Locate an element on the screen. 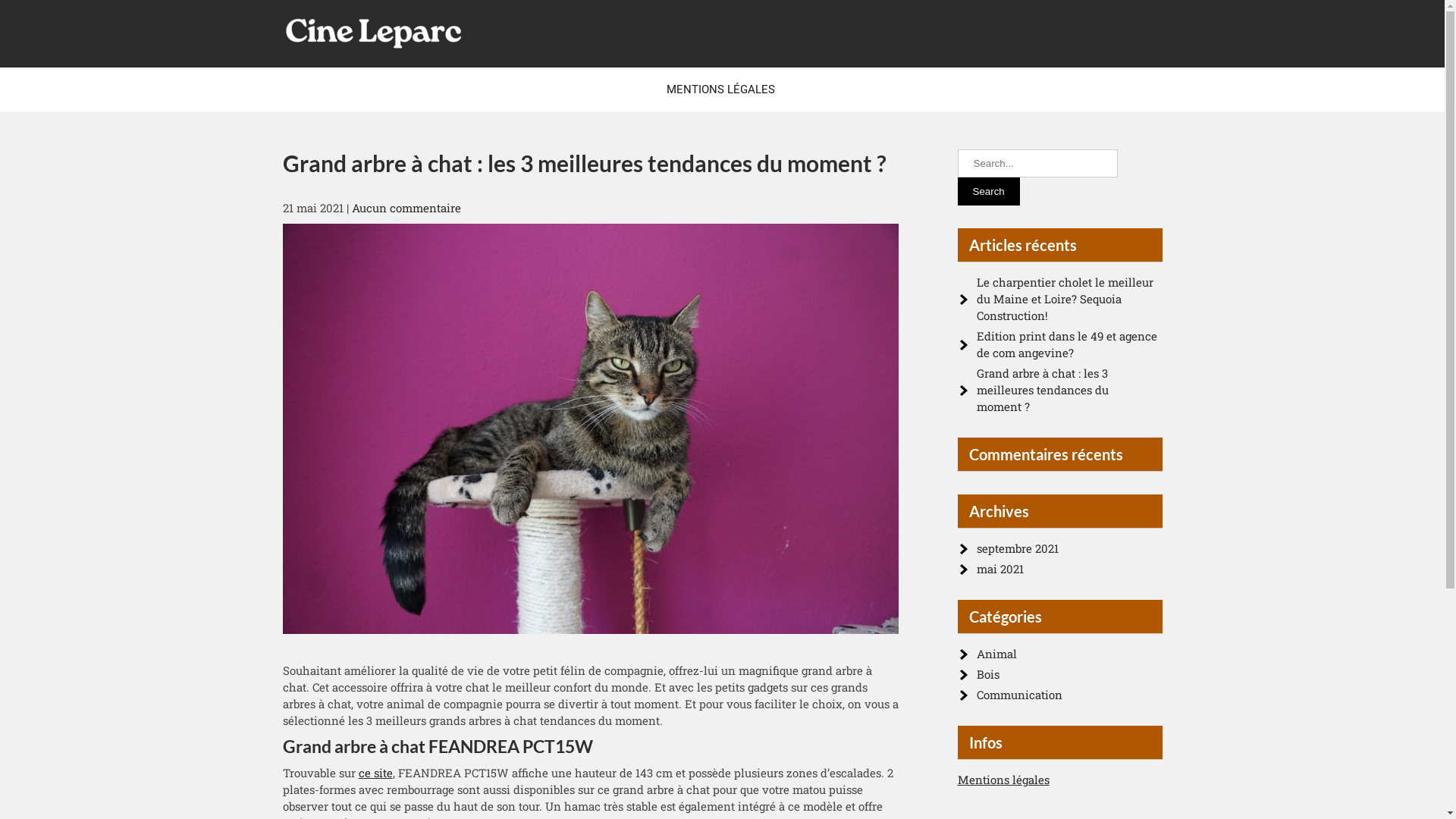 The width and height of the screenshot is (1456, 819). 'septembre 2021' is located at coordinates (1018, 548).